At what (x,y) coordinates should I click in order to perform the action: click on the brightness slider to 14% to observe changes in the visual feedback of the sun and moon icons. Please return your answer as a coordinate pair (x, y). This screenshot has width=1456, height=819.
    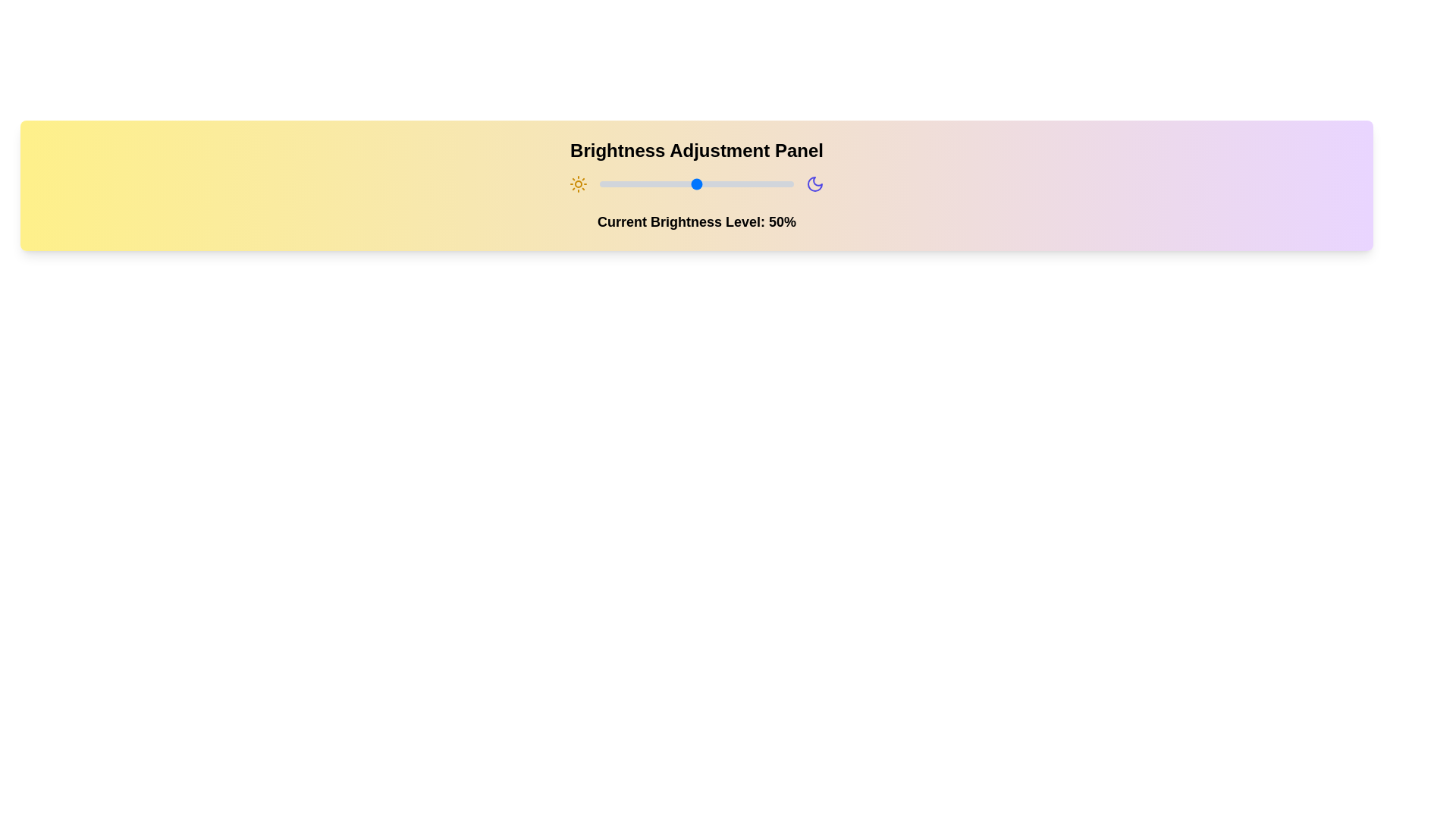
    Looking at the image, I should click on (626, 184).